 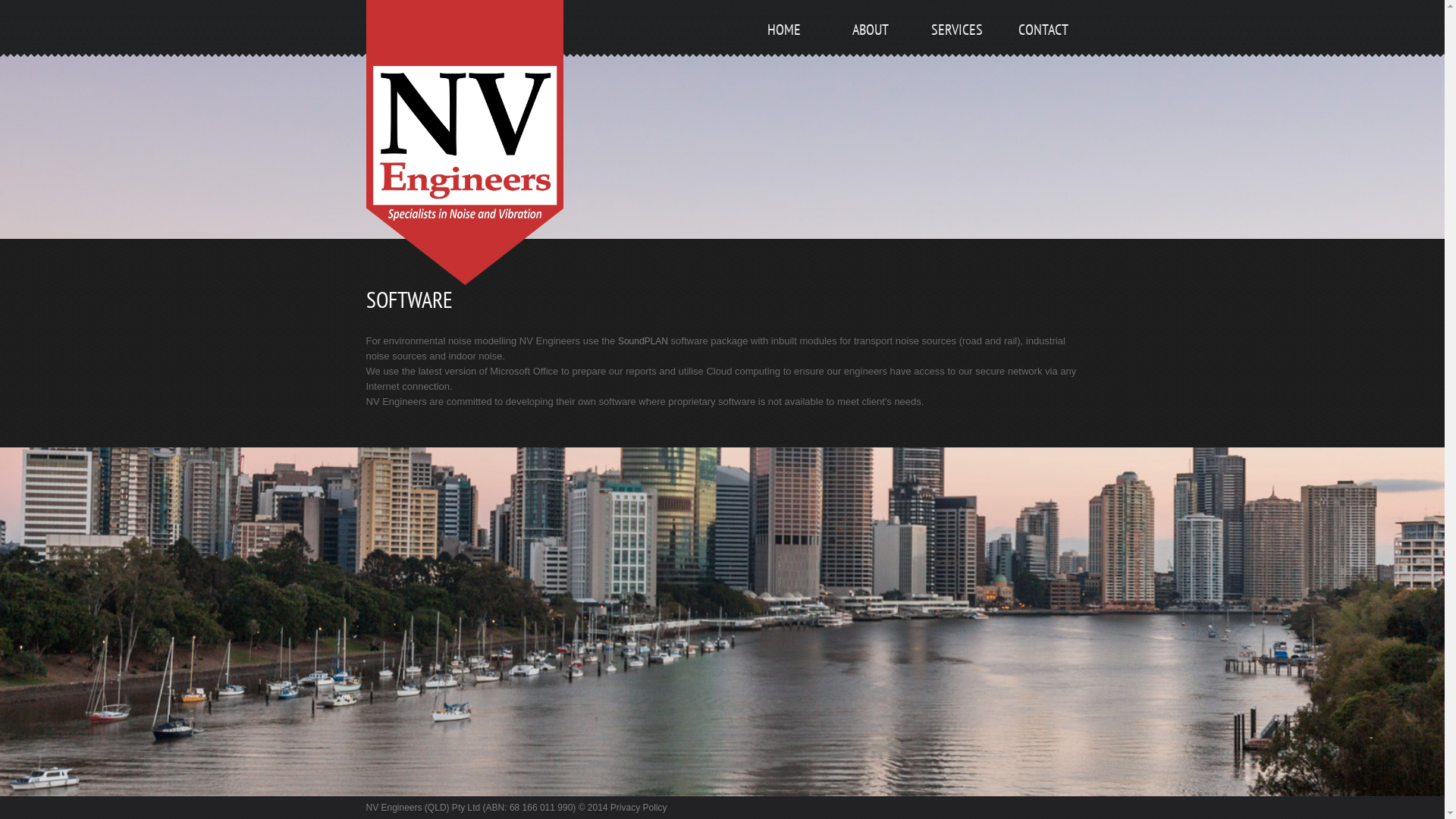 I want to click on 'HOME', so click(x=783, y=47).